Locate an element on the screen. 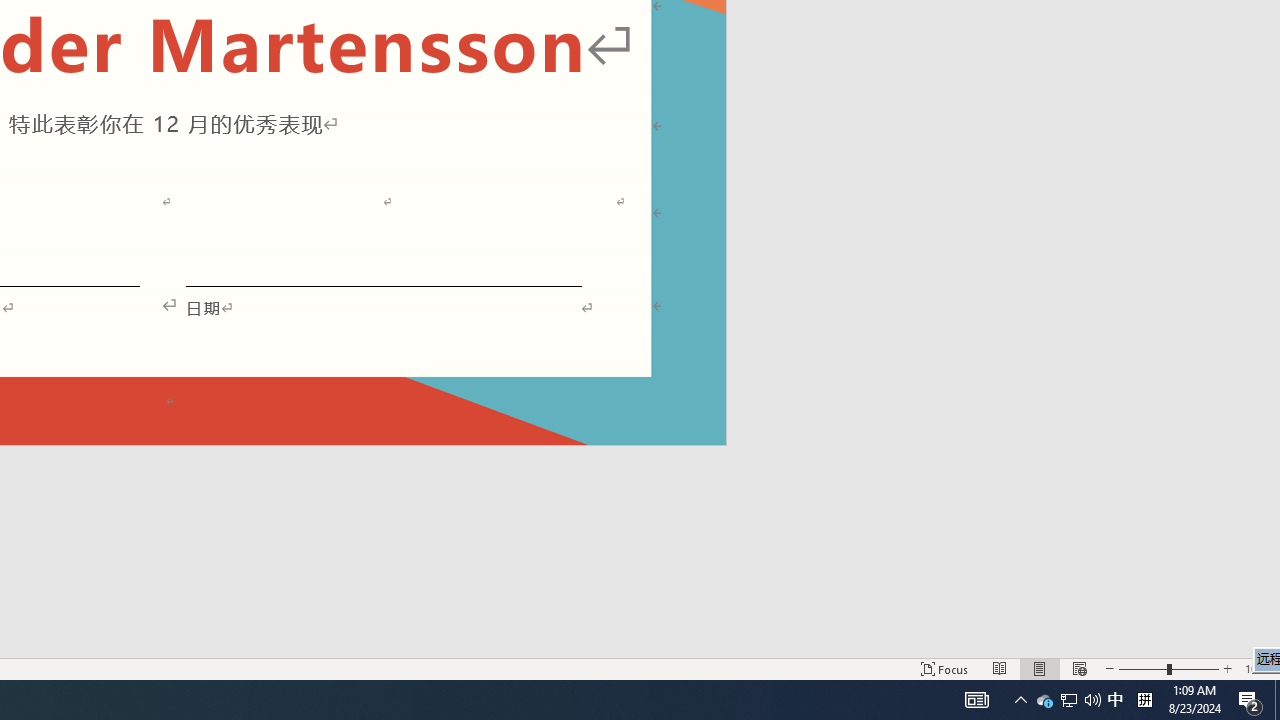  'Read Mode' is located at coordinates (1000, 669).